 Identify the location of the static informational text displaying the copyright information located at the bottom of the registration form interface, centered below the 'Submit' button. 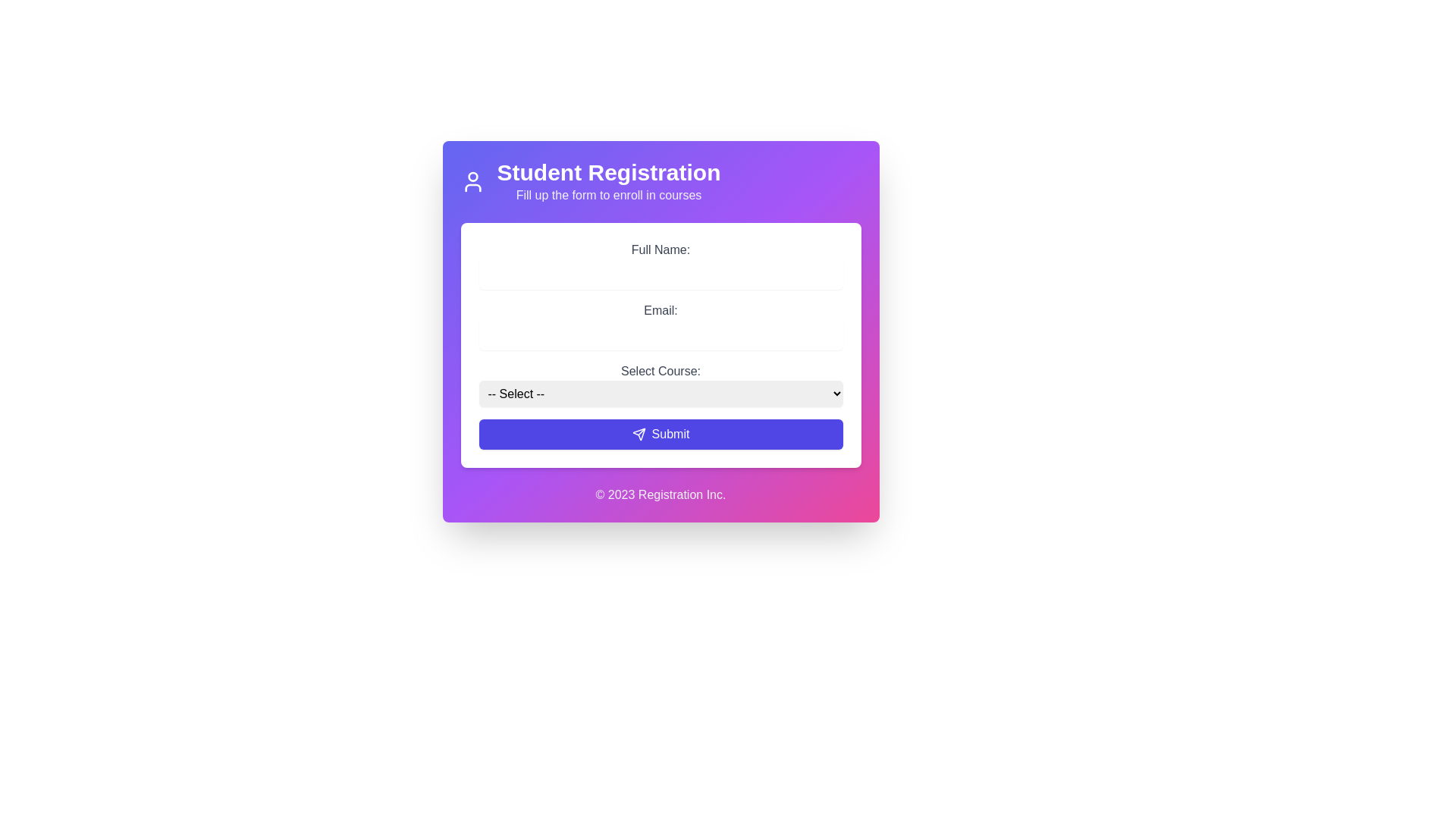
(661, 494).